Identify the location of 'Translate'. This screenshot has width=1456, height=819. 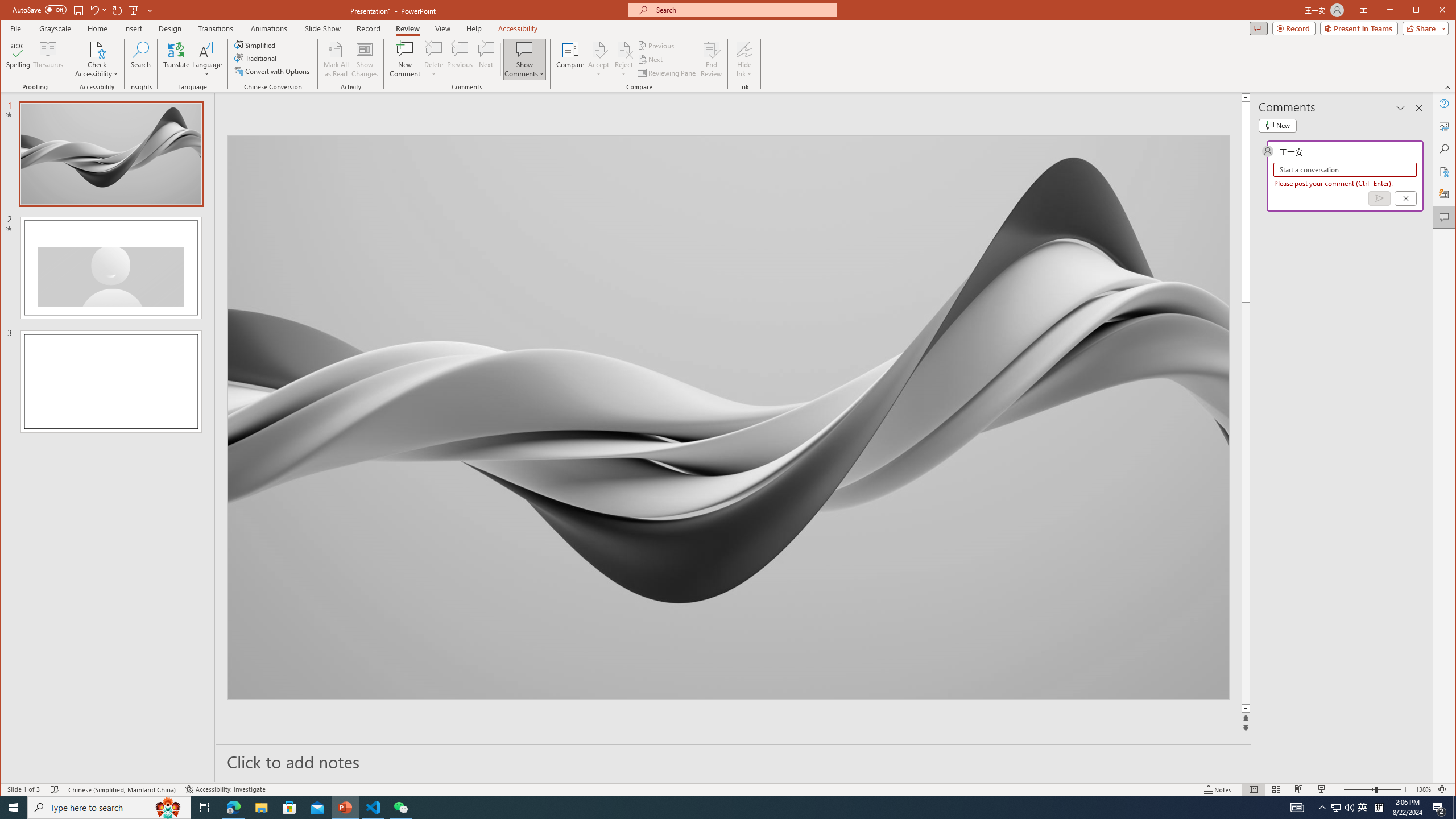
(176, 59).